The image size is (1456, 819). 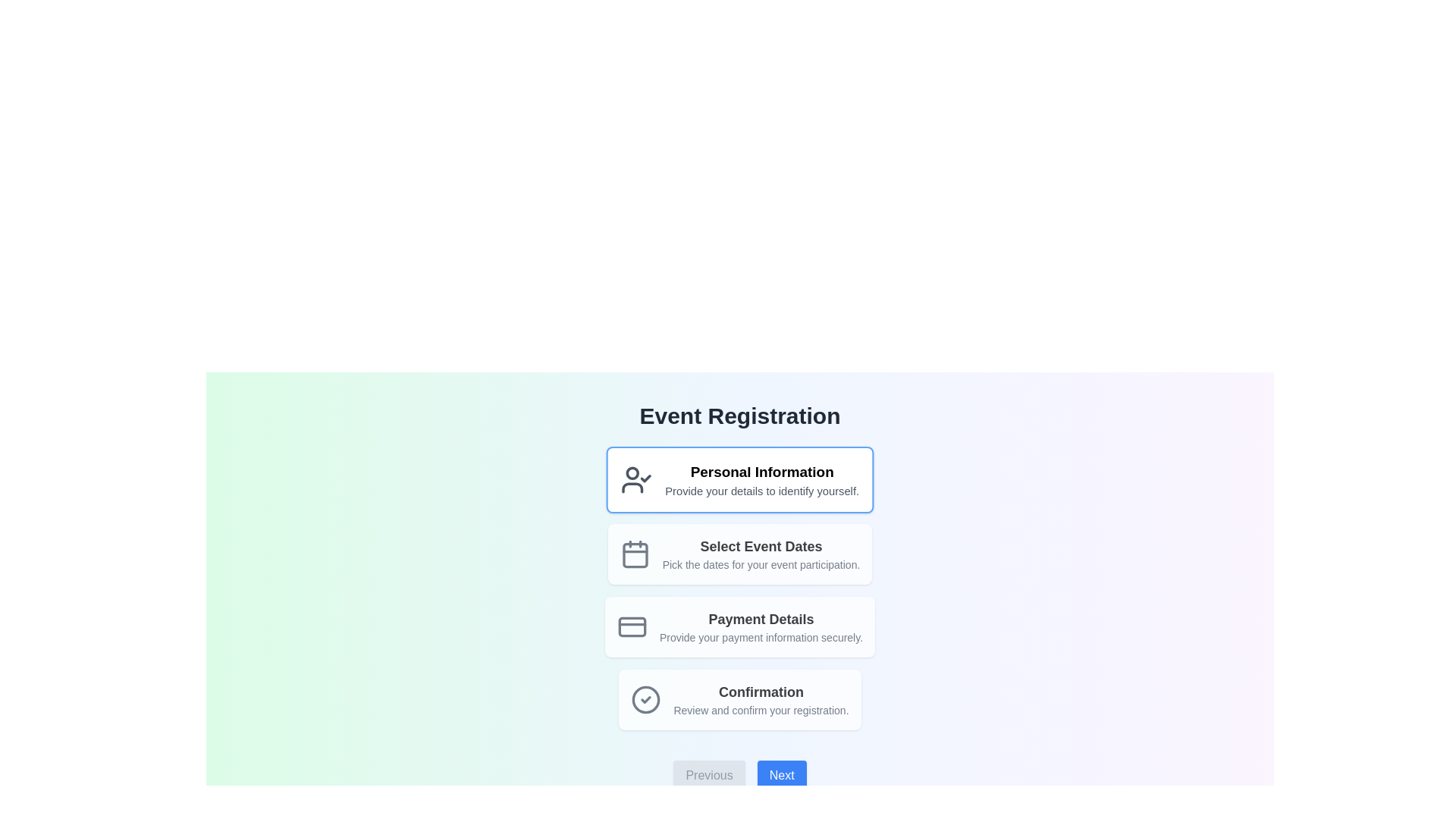 I want to click on the 'Confirmation' icon, which is the leftmost component in the confirmation section of the registration process, so click(x=646, y=699).